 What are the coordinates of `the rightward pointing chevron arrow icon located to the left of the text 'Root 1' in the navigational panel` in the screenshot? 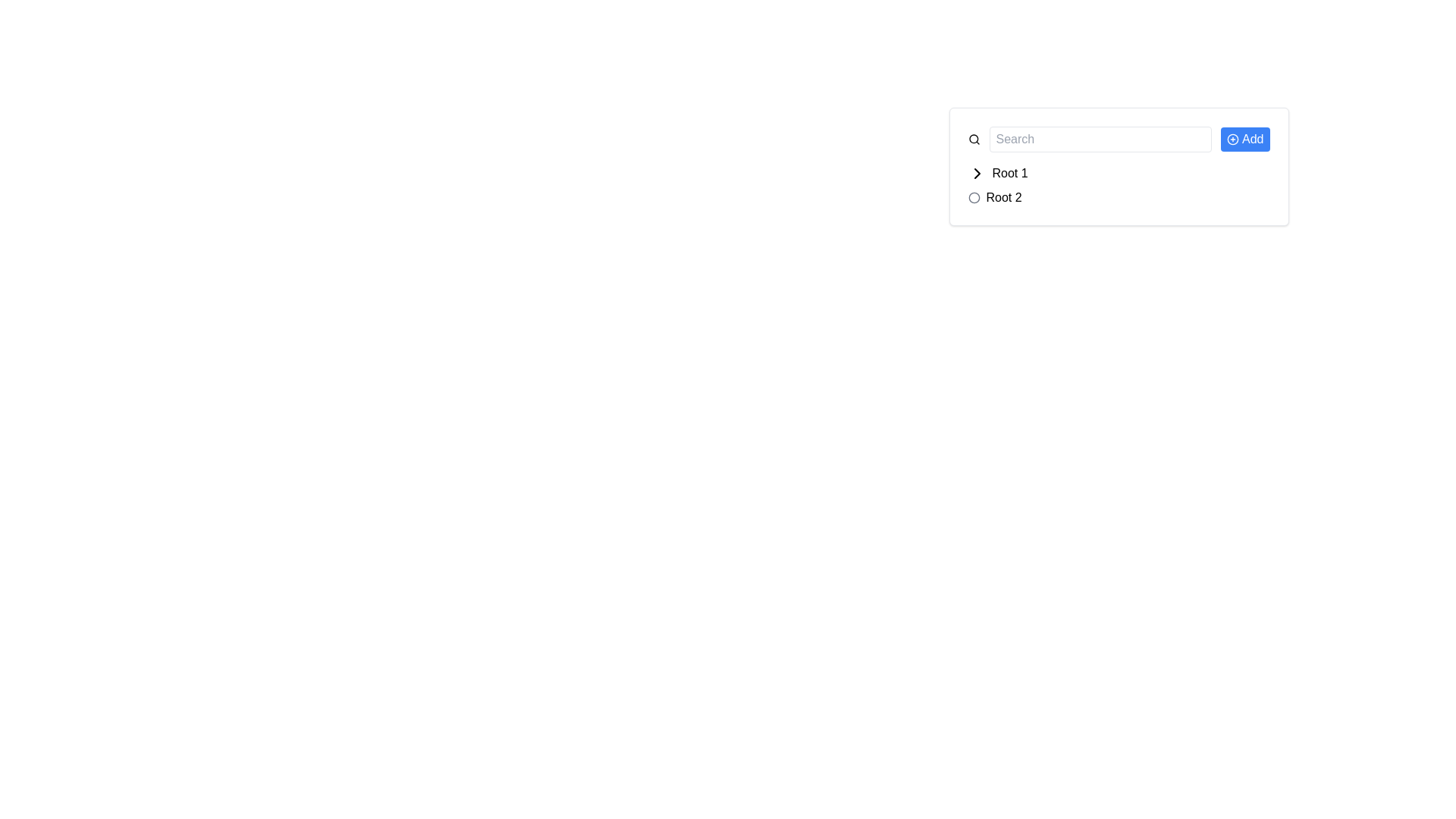 It's located at (977, 172).